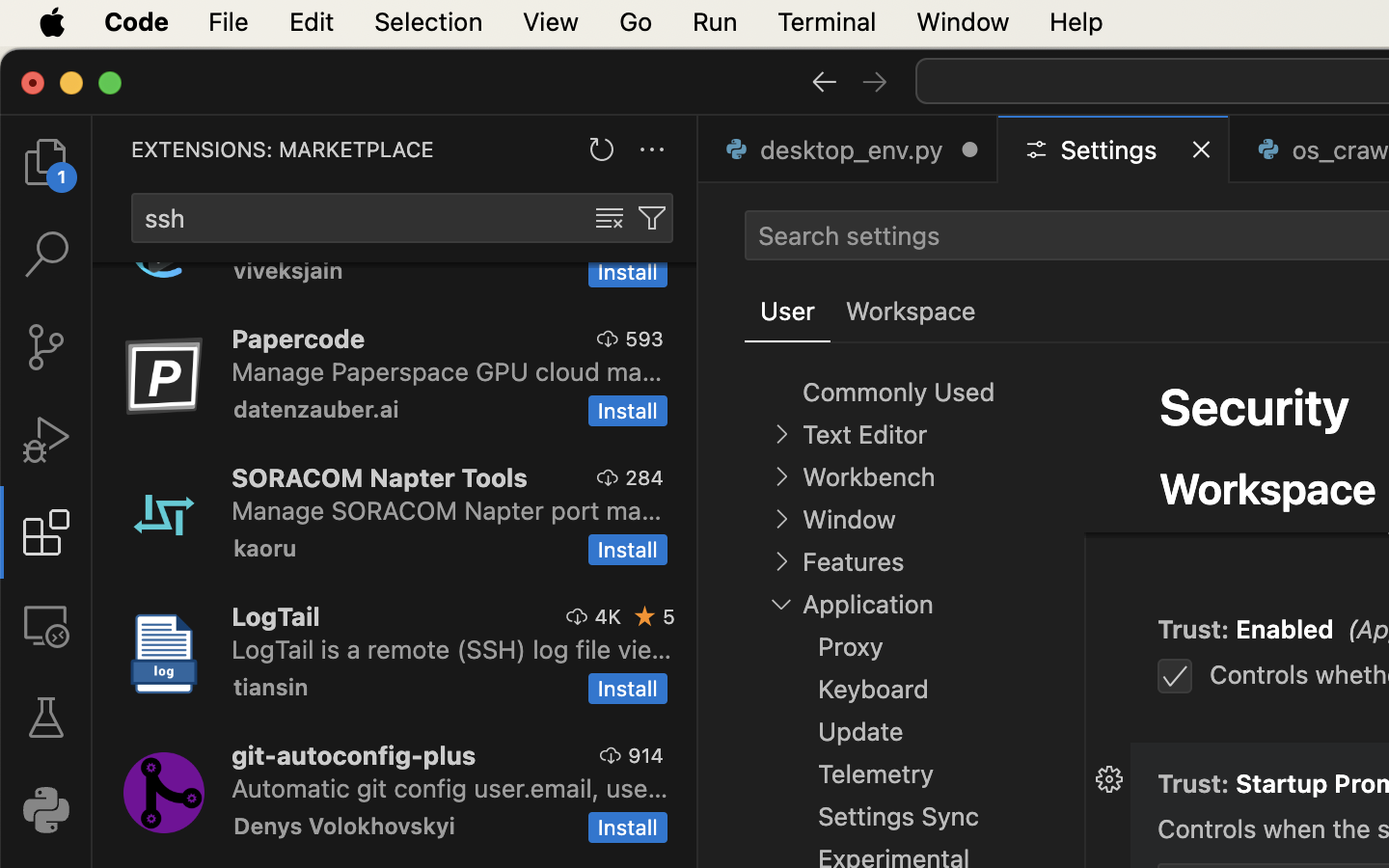 The image size is (1389, 868). I want to click on 'Settings Sync', so click(898, 816).